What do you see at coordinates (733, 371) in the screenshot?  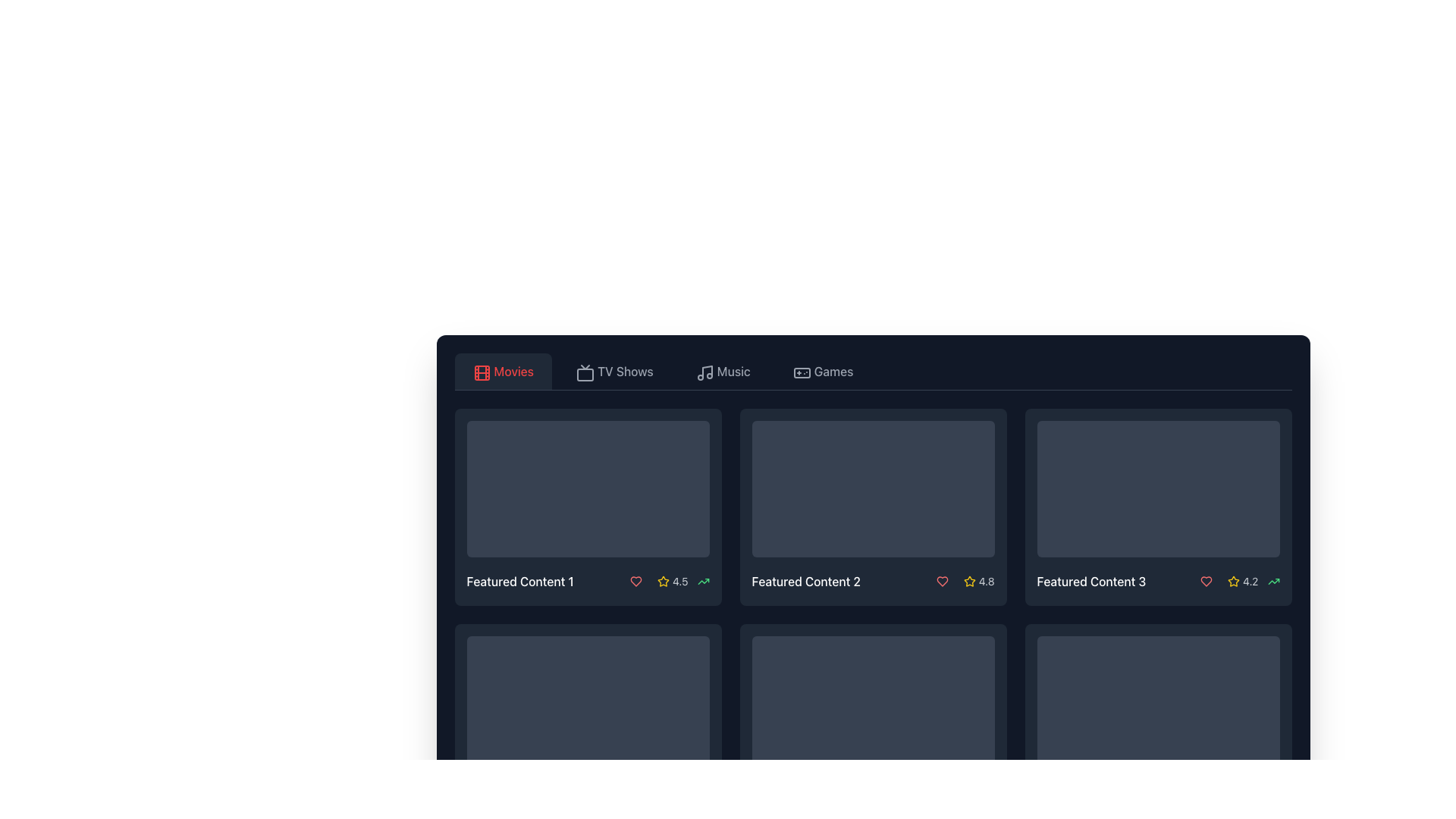 I see `the 'Music' text label in the navigation menu, which is the third item from the left in the horizontal navigation bar` at bounding box center [733, 371].